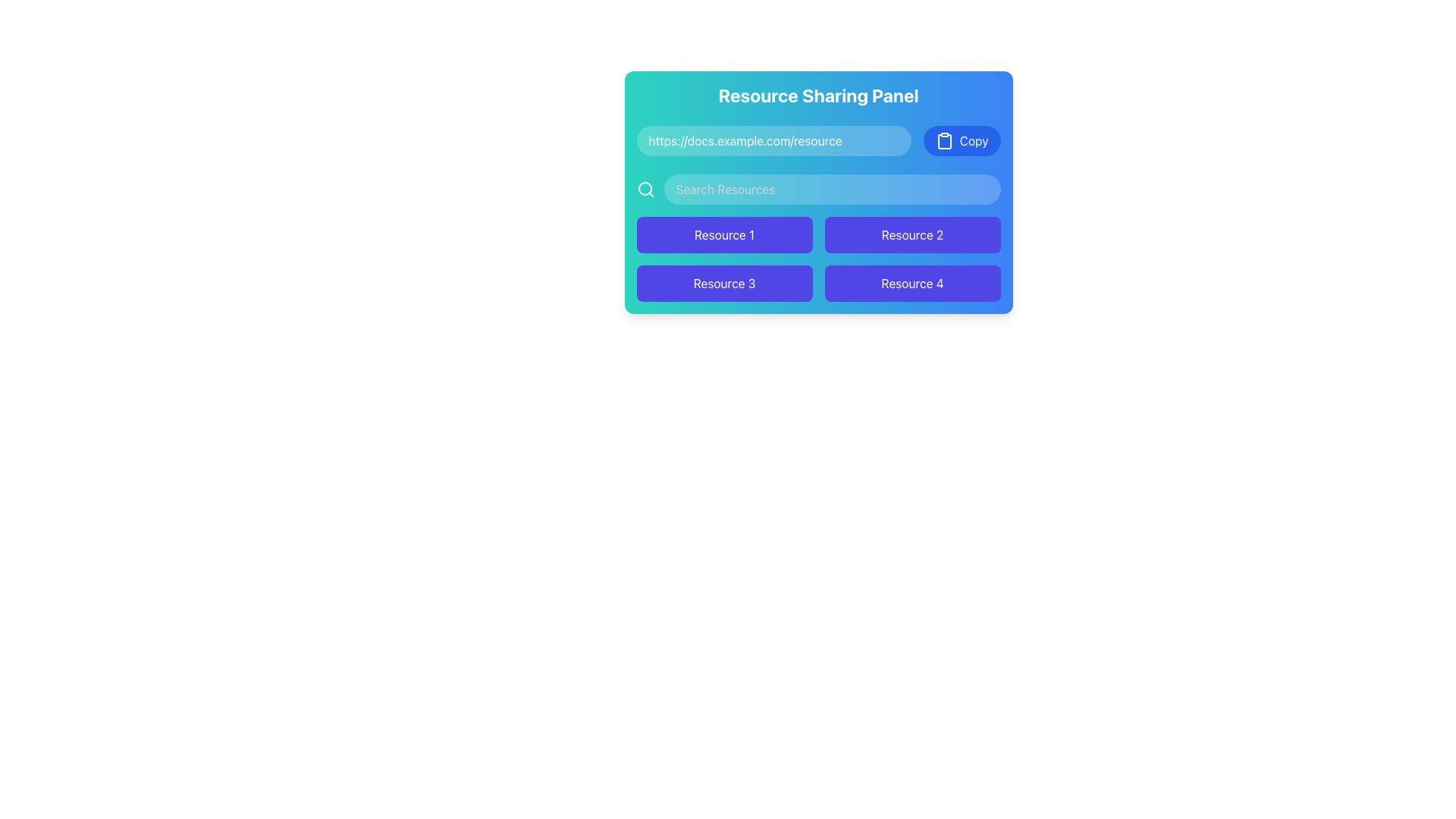 Image resolution: width=1456 pixels, height=819 pixels. What do you see at coordinates (912, 284) in the screenshot?
I see `the rectangular button with rounded edges, purple background, and the text 'Resource 4' centered in white` at bounding box center [912, 284].